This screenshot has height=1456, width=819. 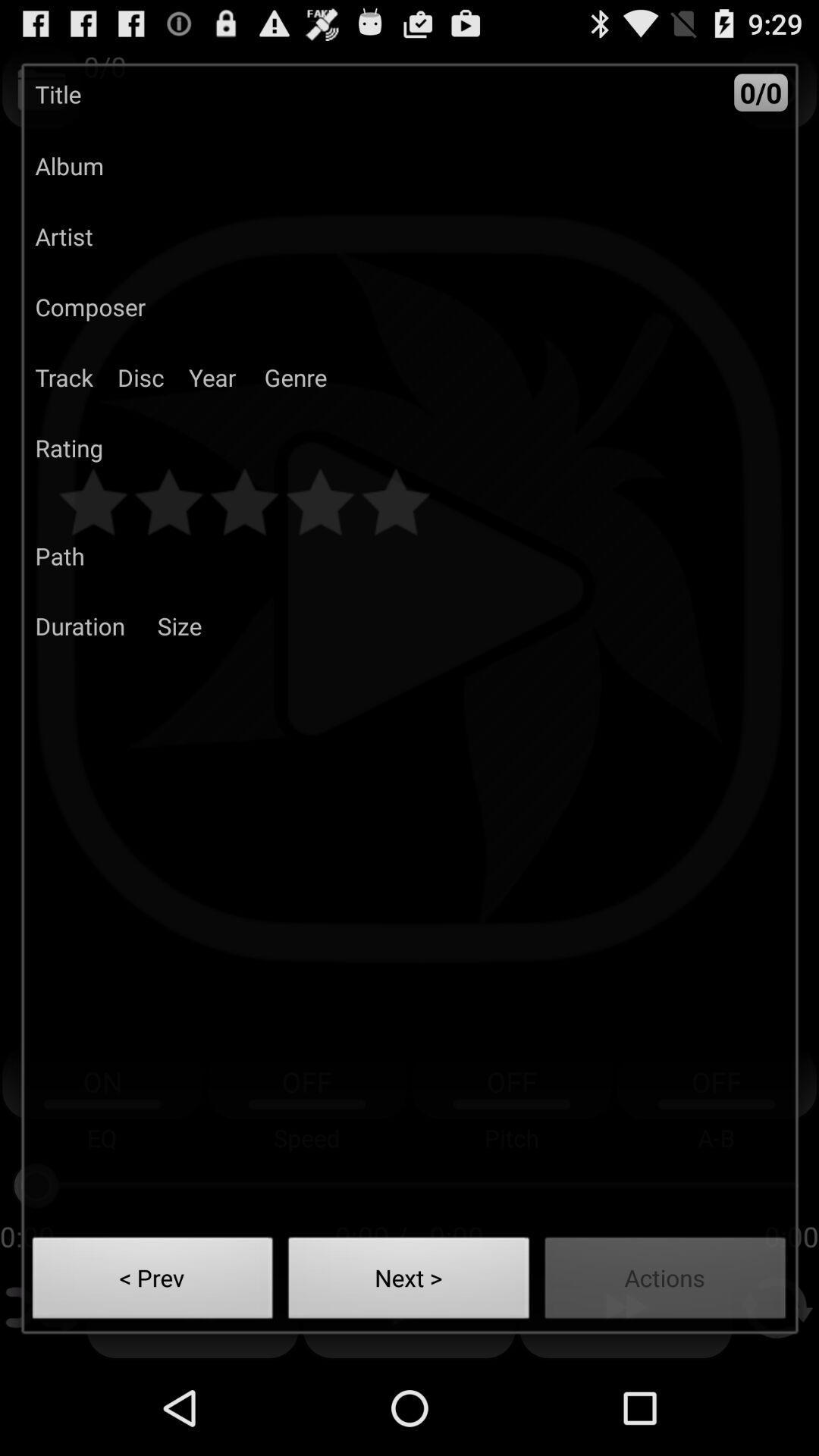 I want to click on item next to next >, so click(x=664, y=1282).